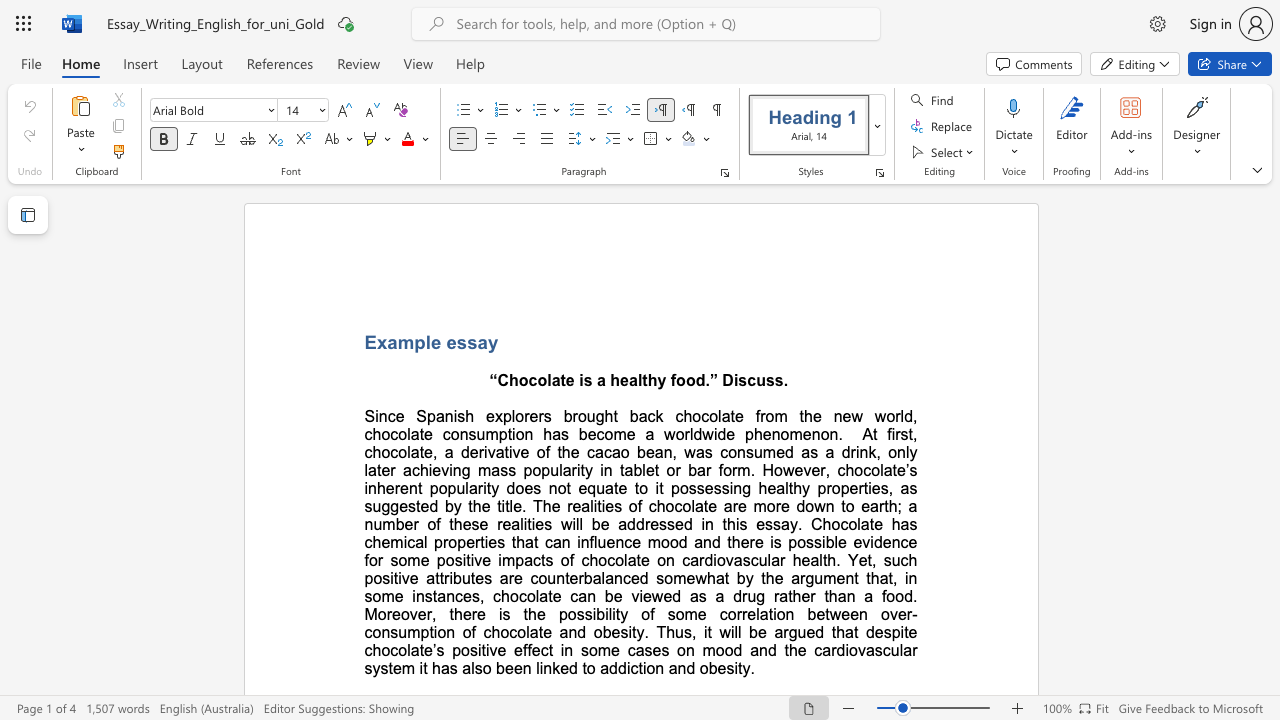 The image size is (1280, 720). I want to click on the subset text "e is a healthy food." within the text "Chocolate is a healthy food.” Discuss.", so click(564, 380).